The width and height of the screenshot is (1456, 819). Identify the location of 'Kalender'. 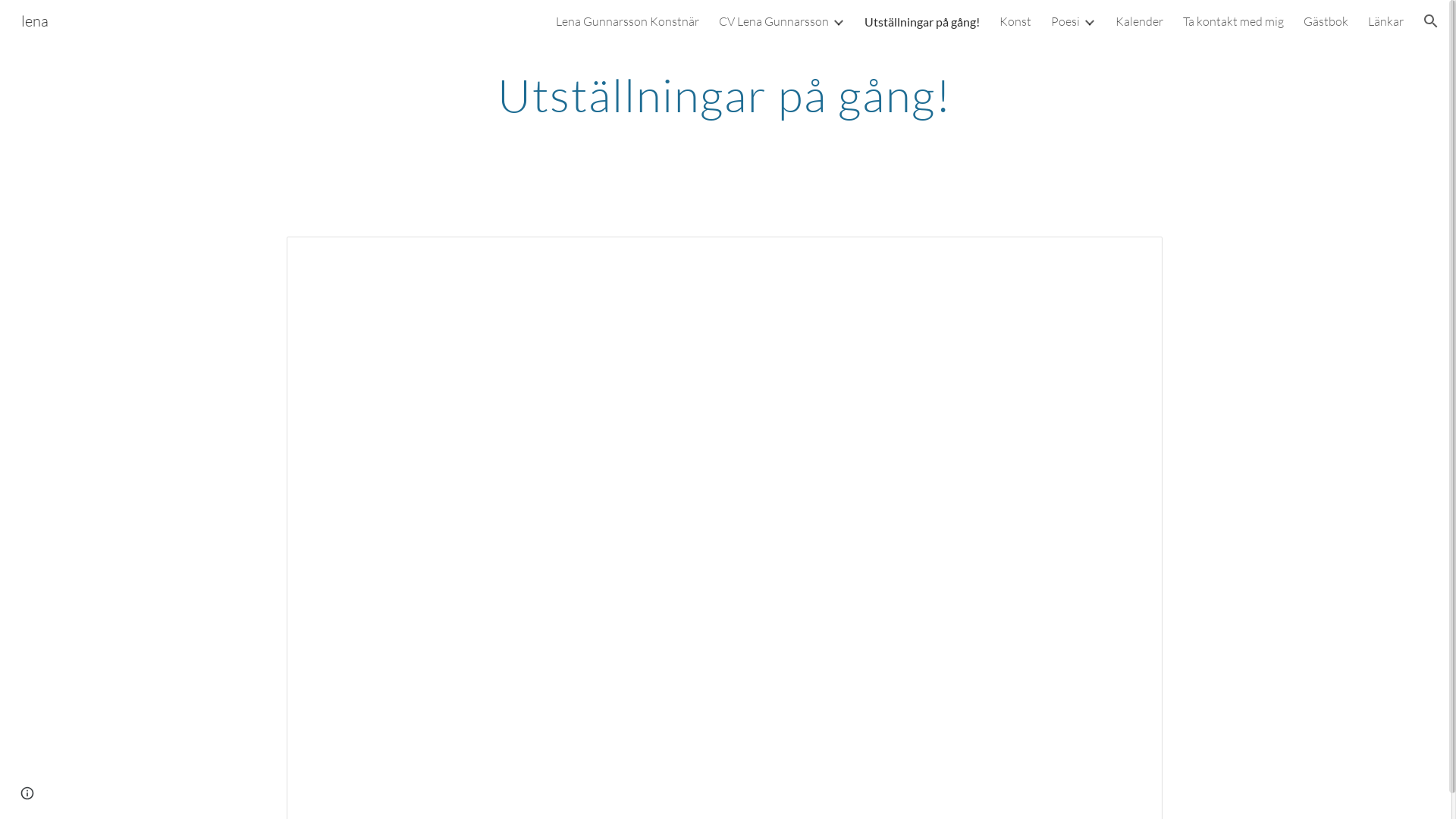
(1139, 20).